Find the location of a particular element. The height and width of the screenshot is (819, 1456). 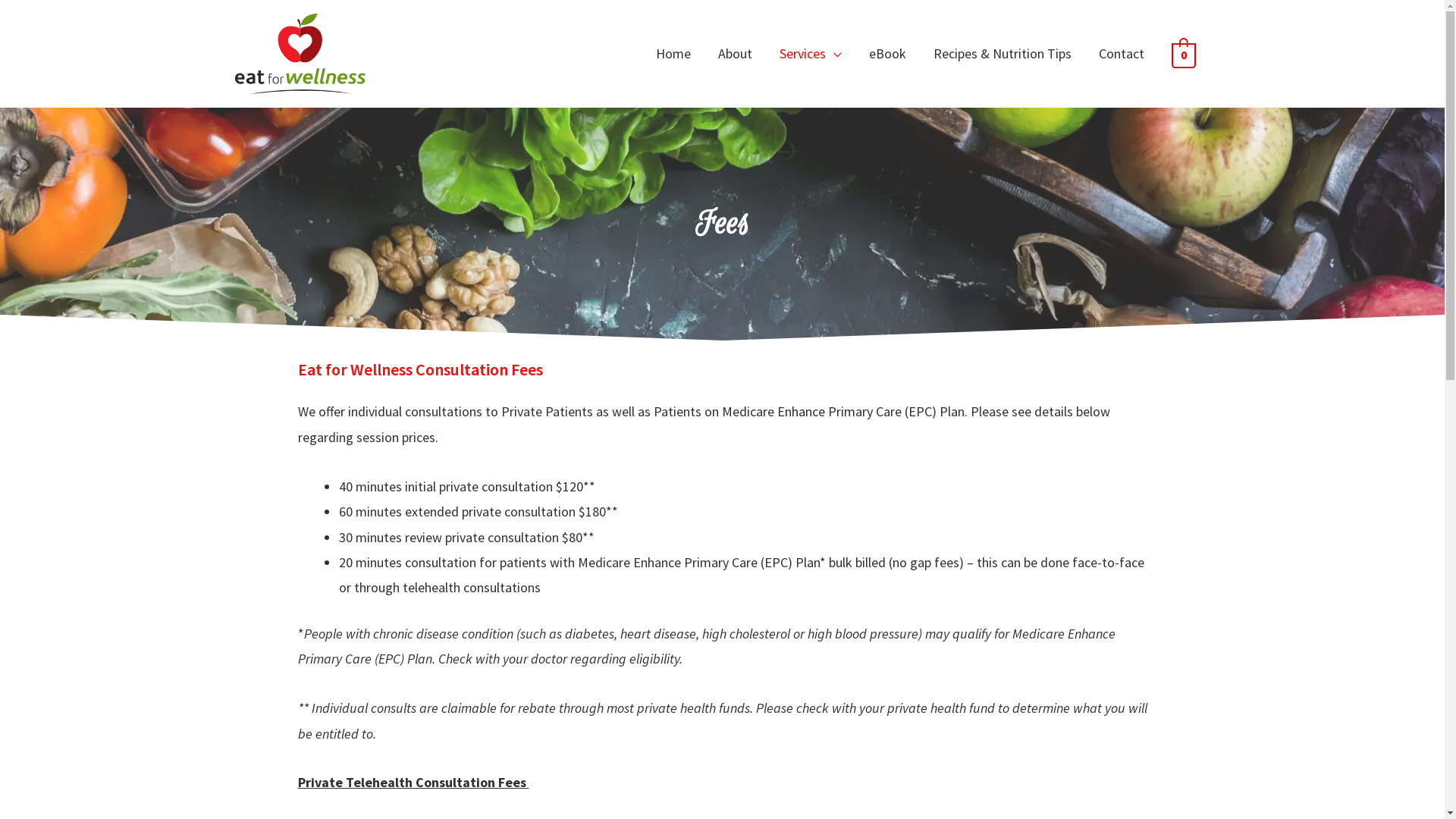

'Recipes & Nutrition Tips' is located at coordinates (918, 52).